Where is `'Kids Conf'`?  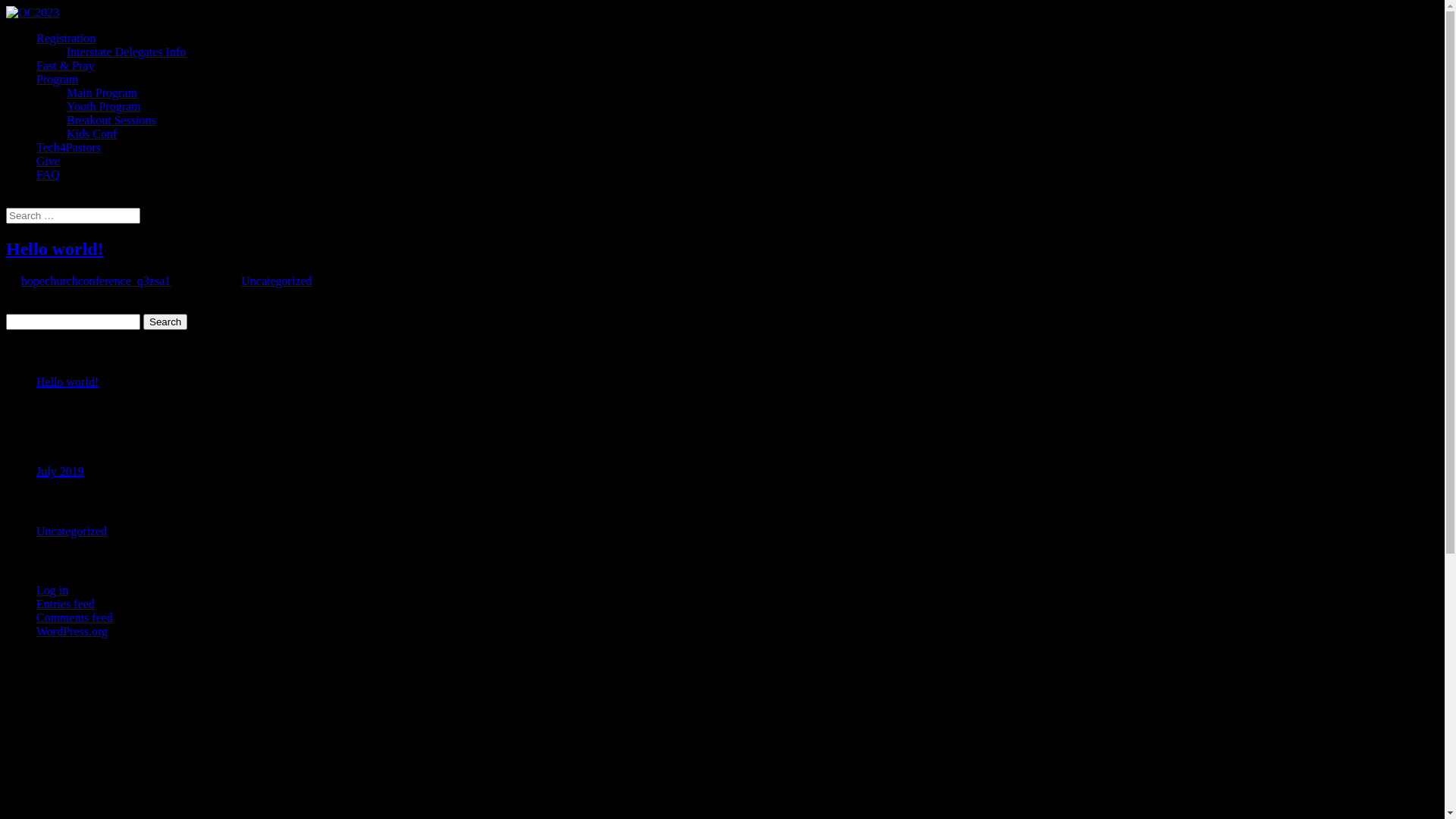
'Kids Conf' is located at coordinates (90, 133).